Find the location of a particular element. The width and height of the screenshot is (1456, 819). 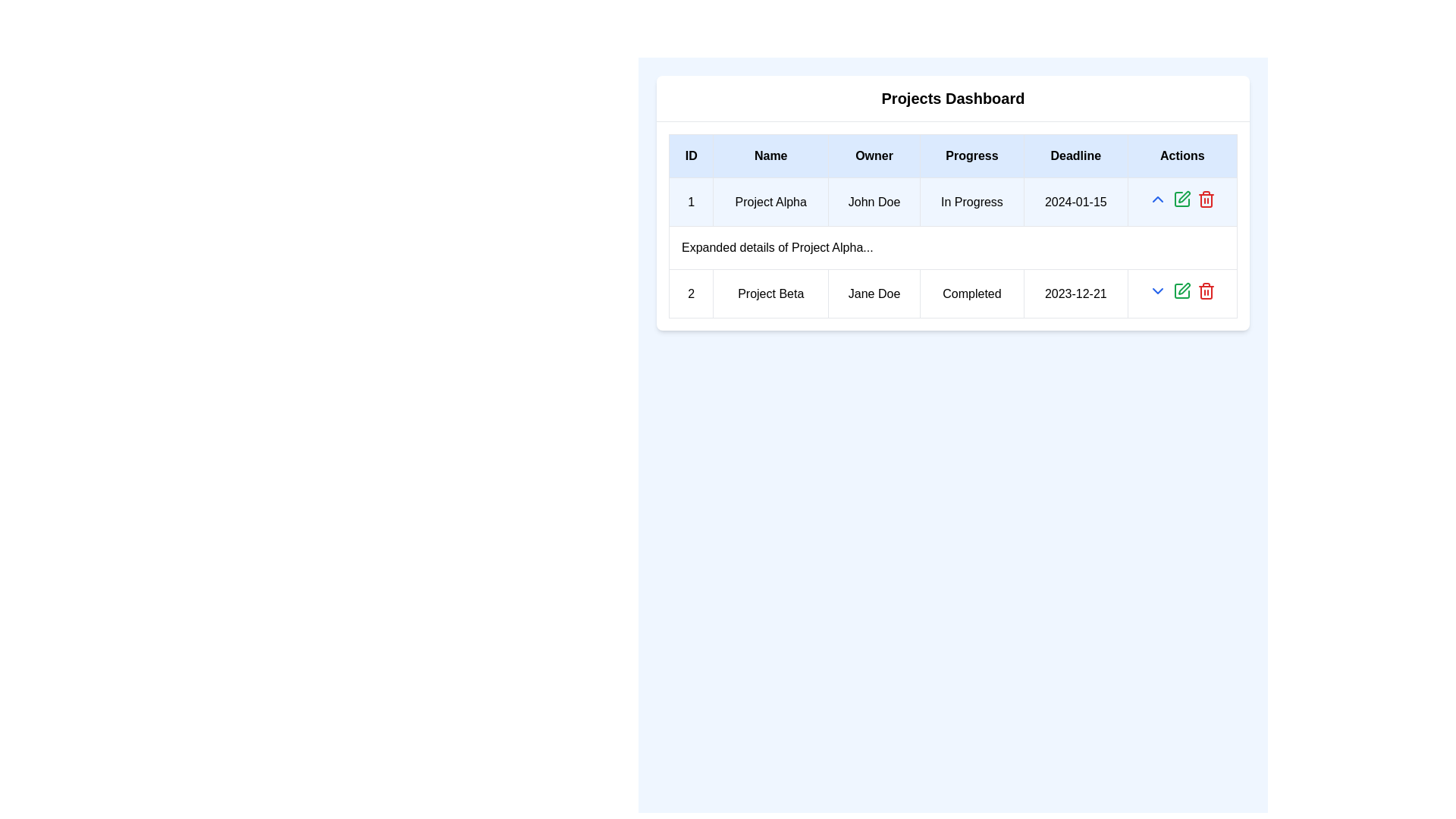

the 'Actions' text element, which is styled in bold black font on a light blue background and serves as a column header in a table layout, positioned between the 'Deadline' header and the edge of the table is located at coordinates (1181, 155).